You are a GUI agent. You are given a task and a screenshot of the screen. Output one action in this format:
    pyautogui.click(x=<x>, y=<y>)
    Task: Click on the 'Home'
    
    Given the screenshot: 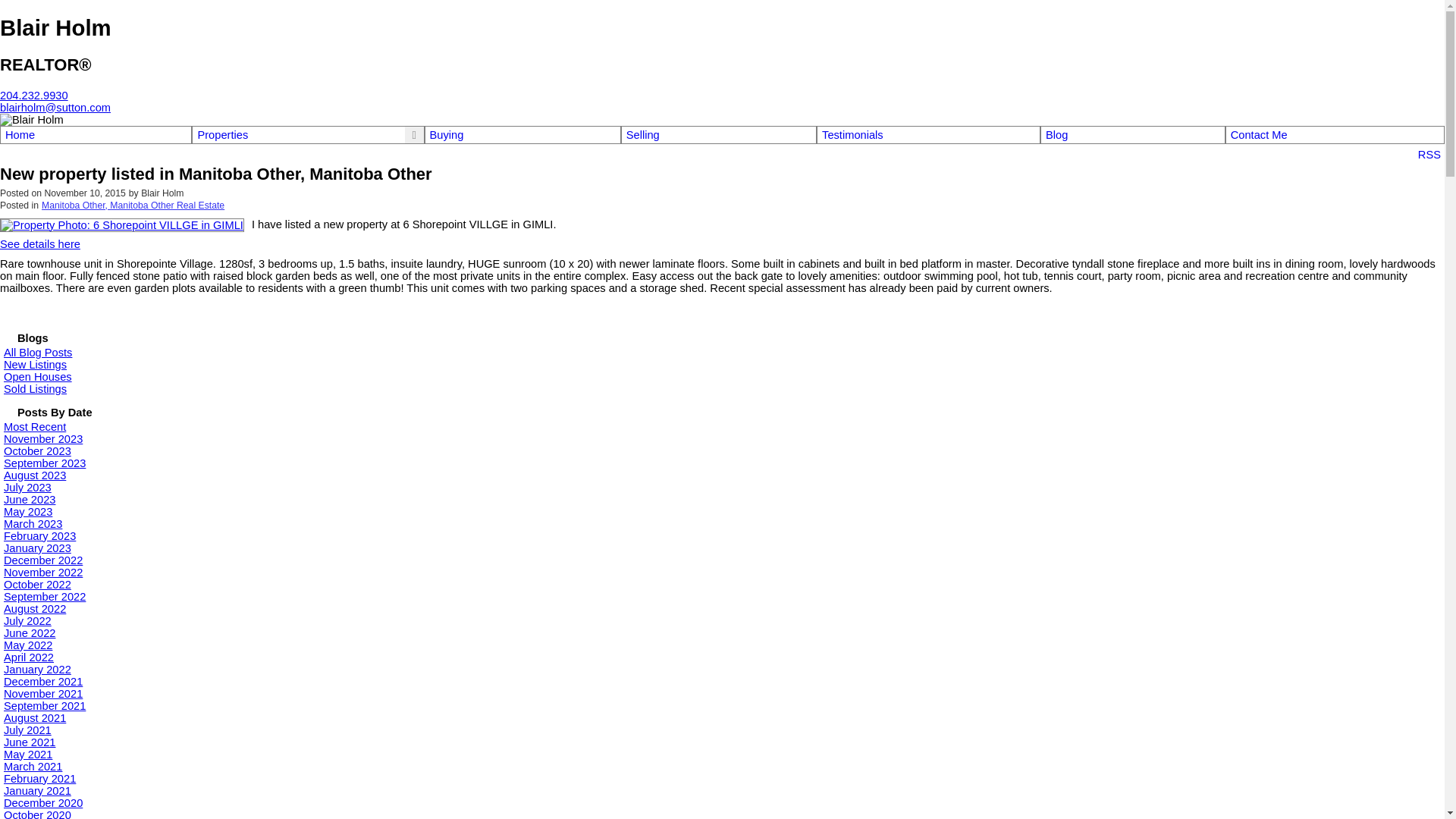 What is the action you would take?
    pyautogui.click(x=95, y=133)
    